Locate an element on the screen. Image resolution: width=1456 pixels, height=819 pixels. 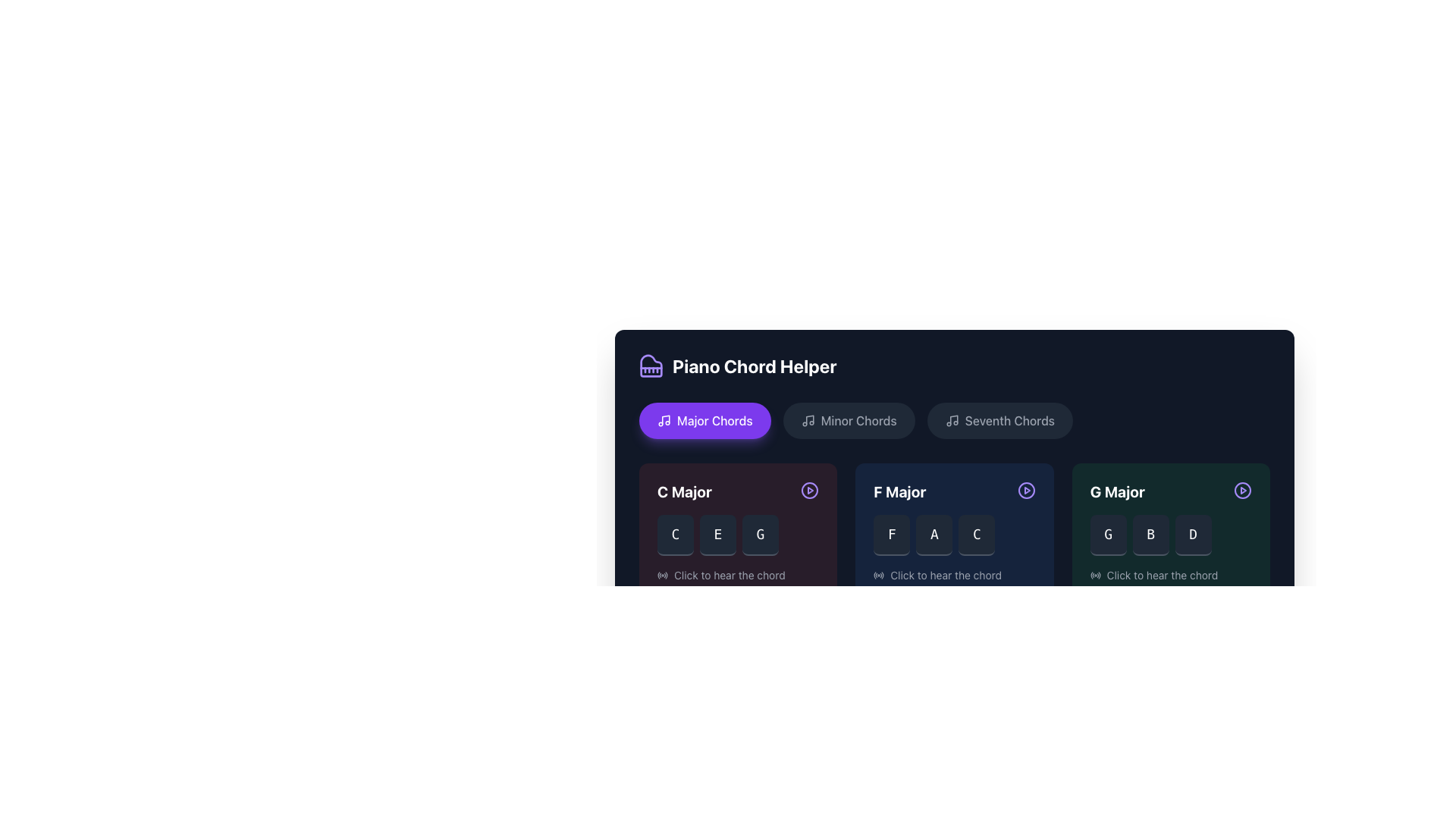
the third button in the 'C Major' panel, which is a dark gray button with a white letter 'G' in a monospace font, located between the 'C' and 'E' buttons is located at coordinates (761, 534).